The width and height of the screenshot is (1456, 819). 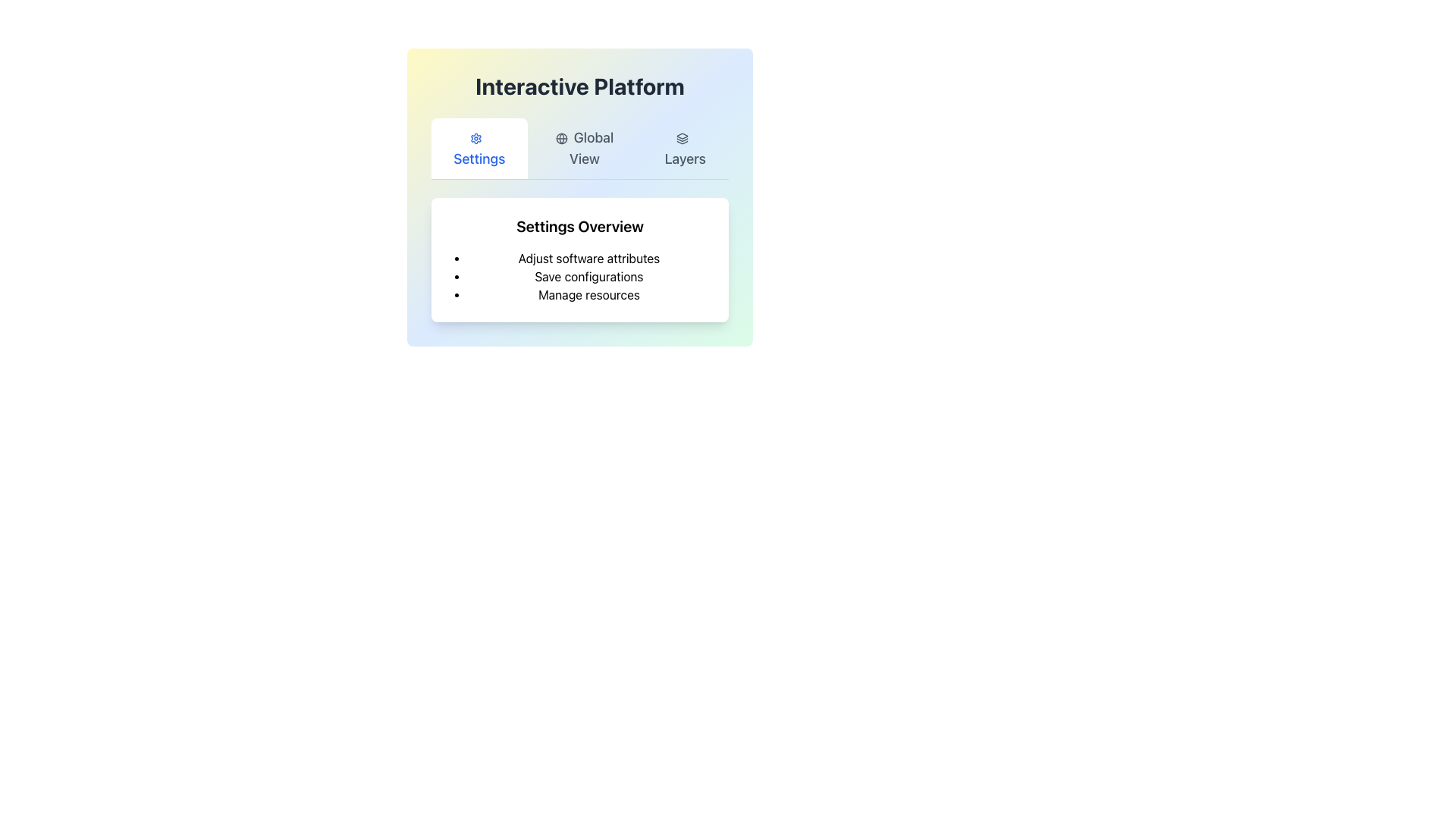 What do you see at coordinates (588, 277) in the screenshot?
I see `the text label reading 'Save configurations', which is the second item in the vertical bulleted list under 'Settings Overview'` at bounding box center [588, 277].